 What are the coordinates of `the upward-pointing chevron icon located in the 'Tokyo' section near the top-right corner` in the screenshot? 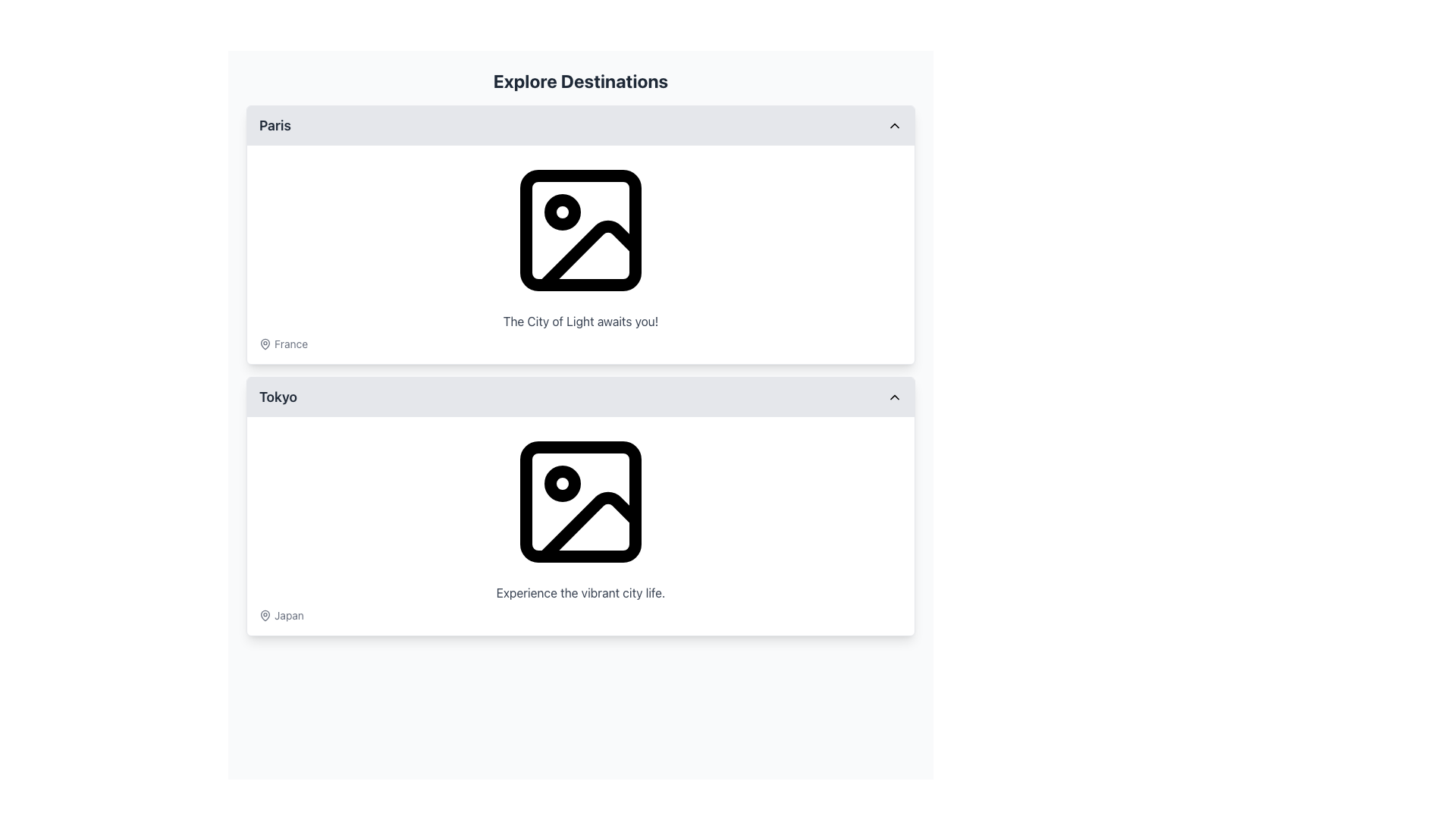 It's located at (895, 397).